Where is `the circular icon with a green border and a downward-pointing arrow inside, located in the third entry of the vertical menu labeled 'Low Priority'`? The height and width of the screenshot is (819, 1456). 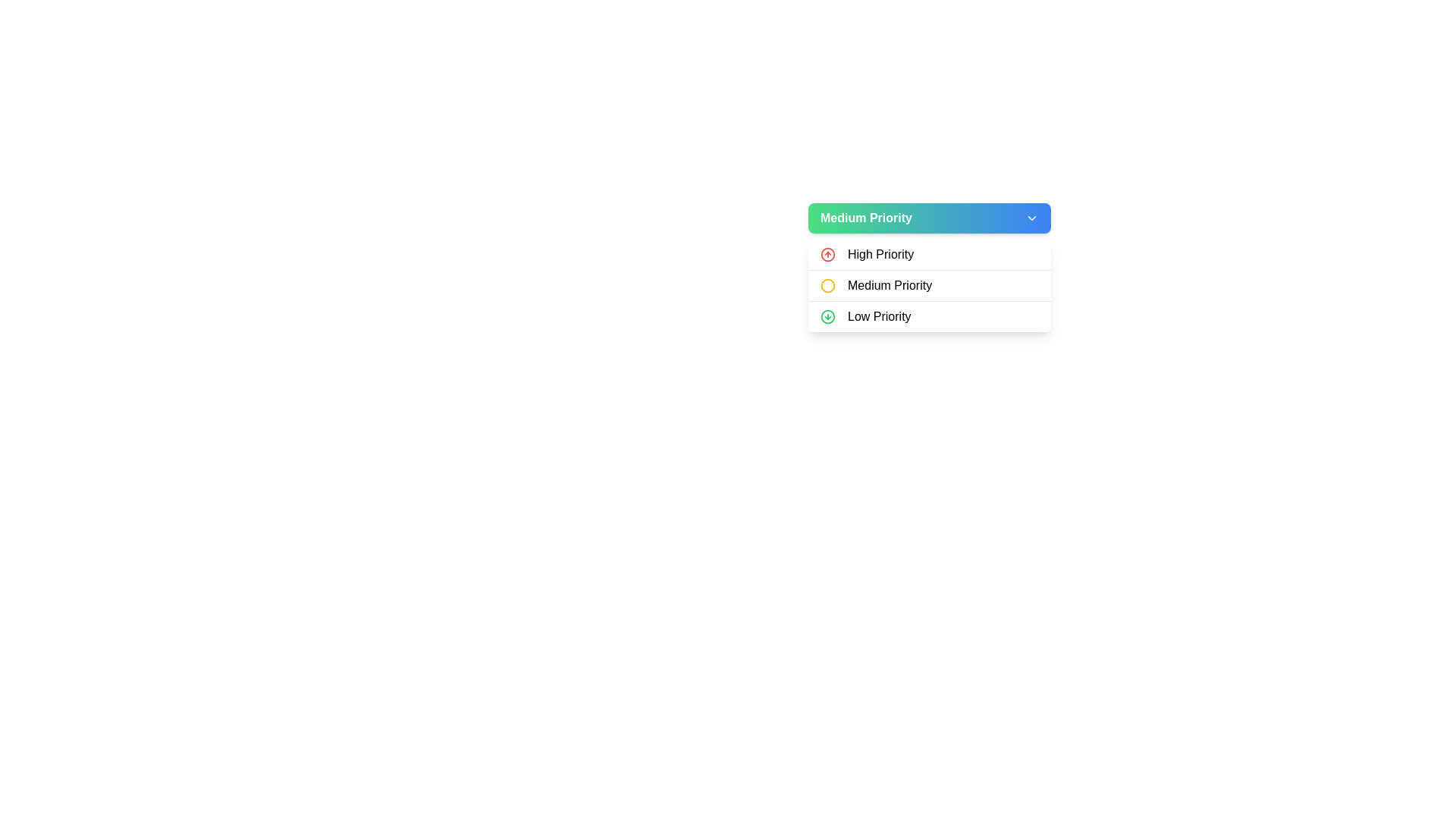 the circular icon with a green border and a downward-pointing arrow inside, located in the third entry of the vertical menu labeled 'Low Priority' is located at coordinates (827, 315).